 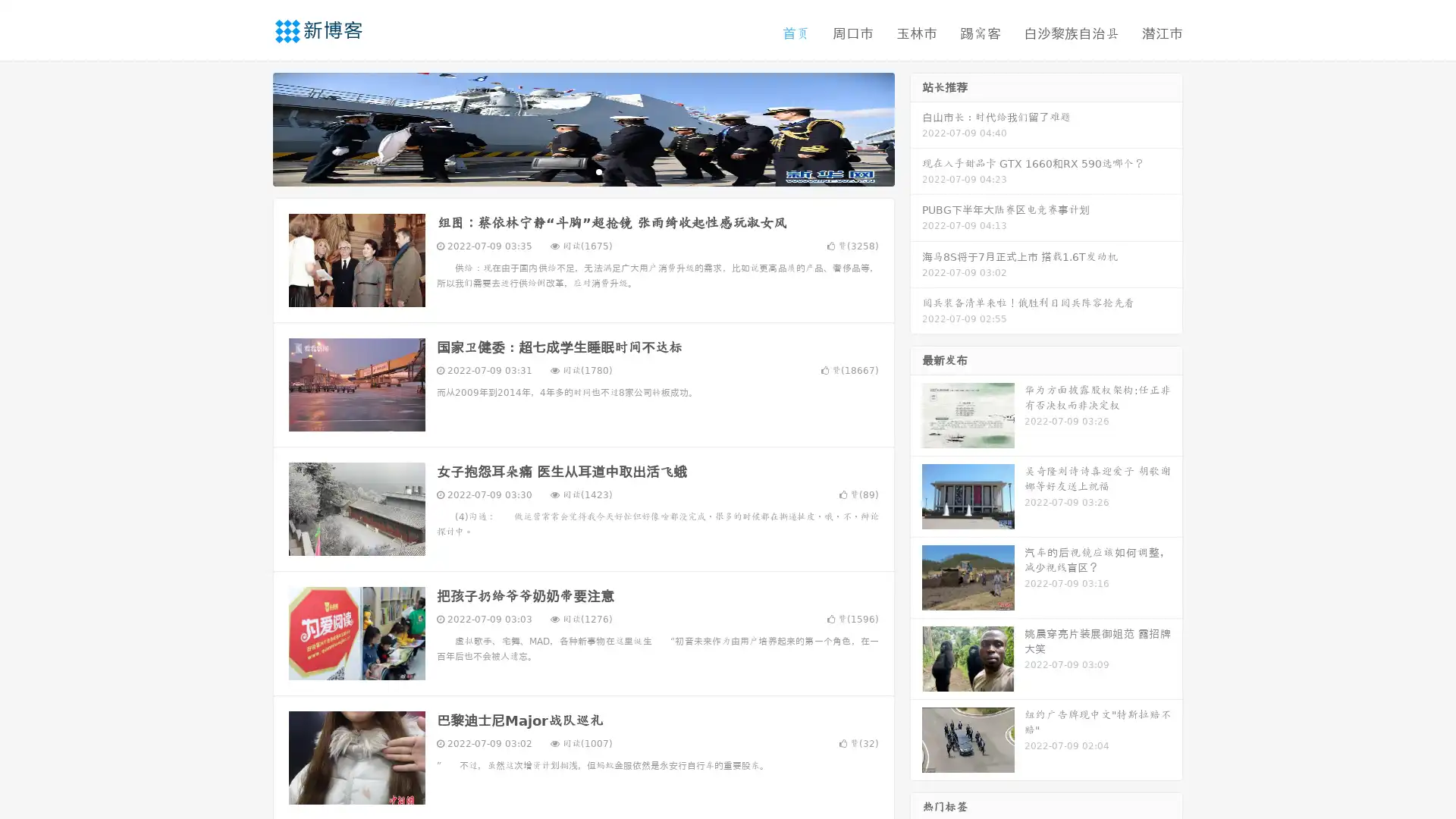 I want to click on Go to slide 3, so click(x=598, y=171).